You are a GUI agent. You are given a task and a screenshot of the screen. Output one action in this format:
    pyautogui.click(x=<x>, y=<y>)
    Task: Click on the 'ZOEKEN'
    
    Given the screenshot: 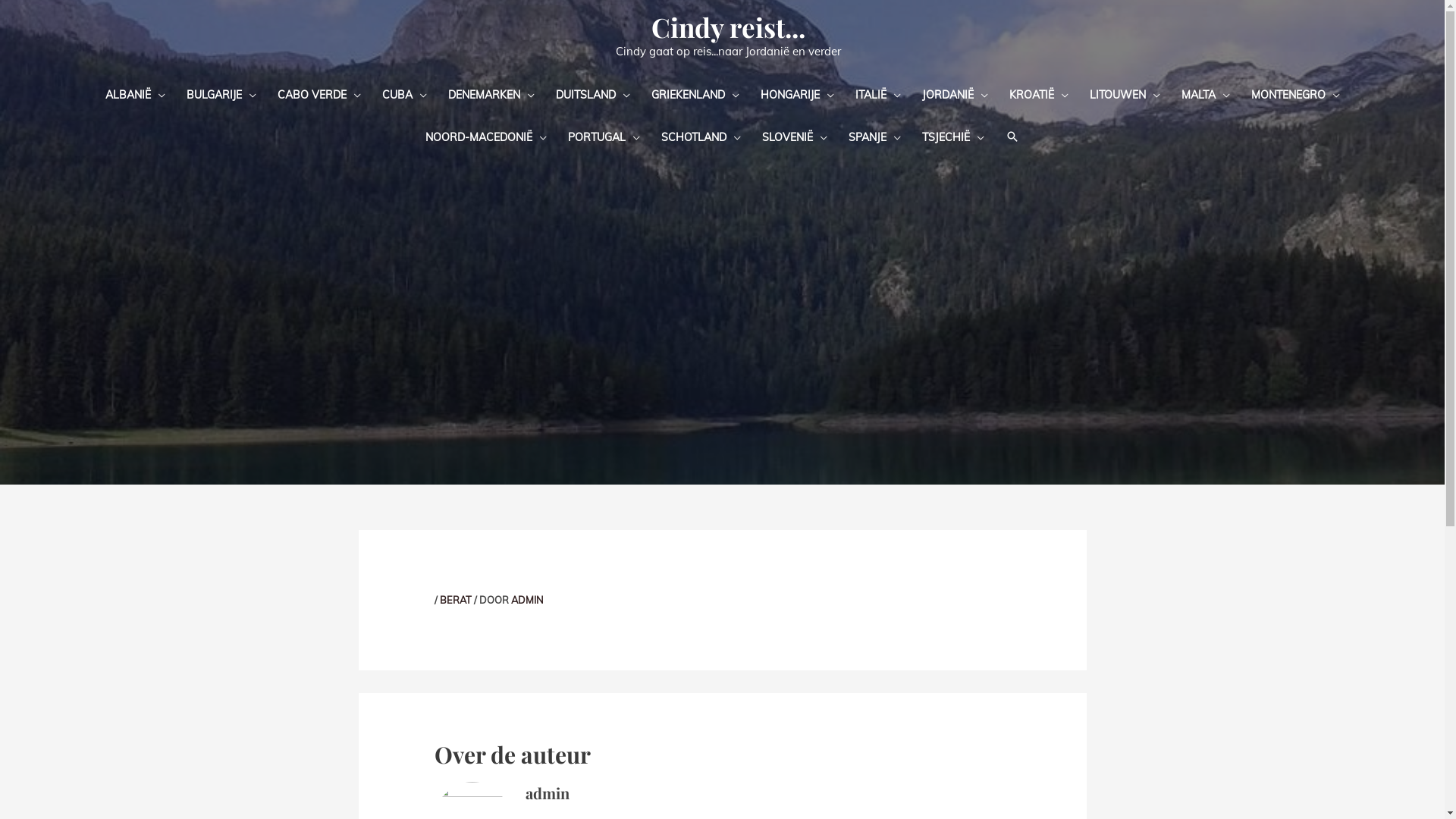 What is the action you would take?
    pyautogui.click(x=1012, y=136)
    